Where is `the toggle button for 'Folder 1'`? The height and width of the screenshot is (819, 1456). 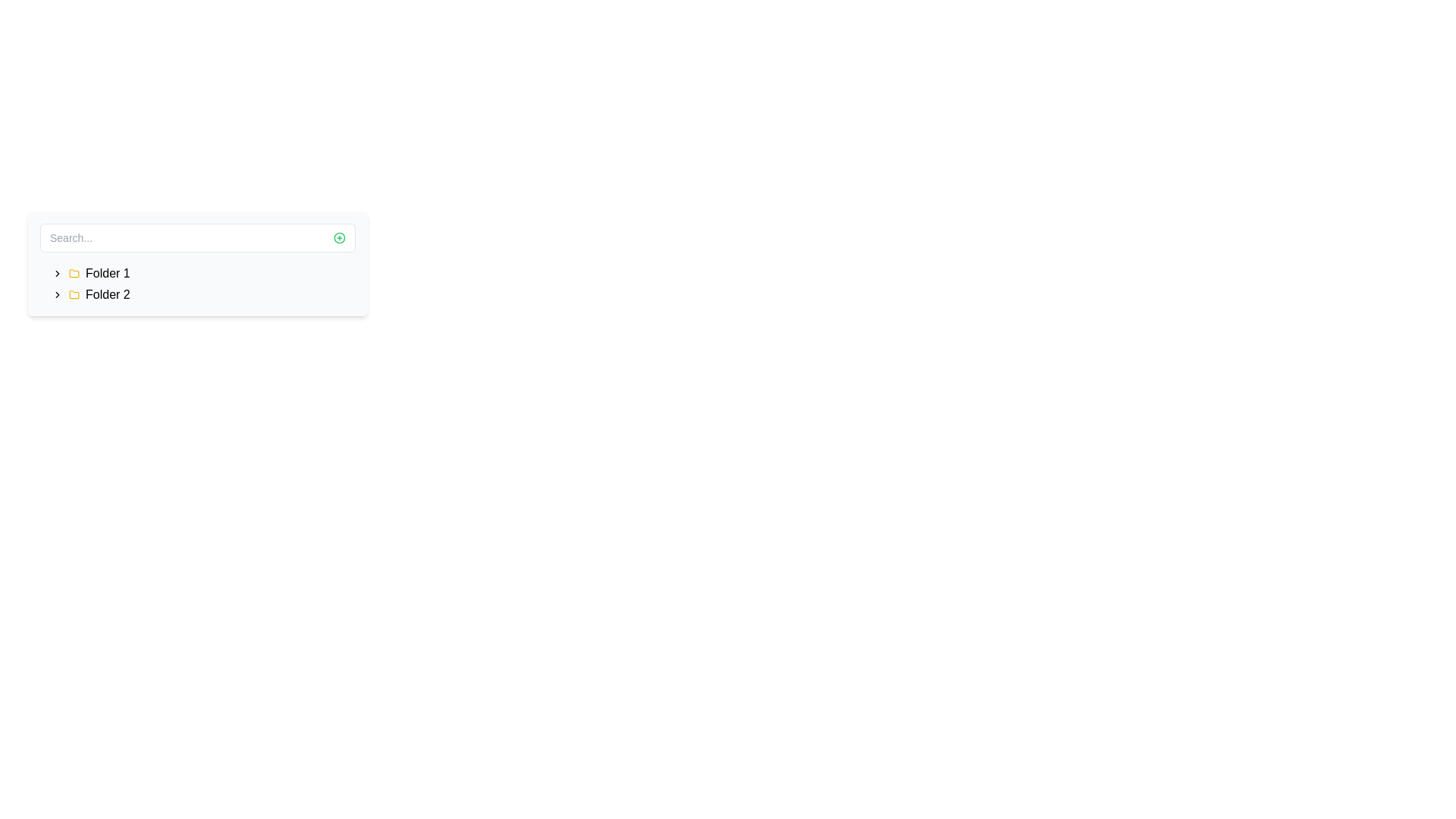
the toggle button for 'Folder 1' is located at coordinates (58, 274).